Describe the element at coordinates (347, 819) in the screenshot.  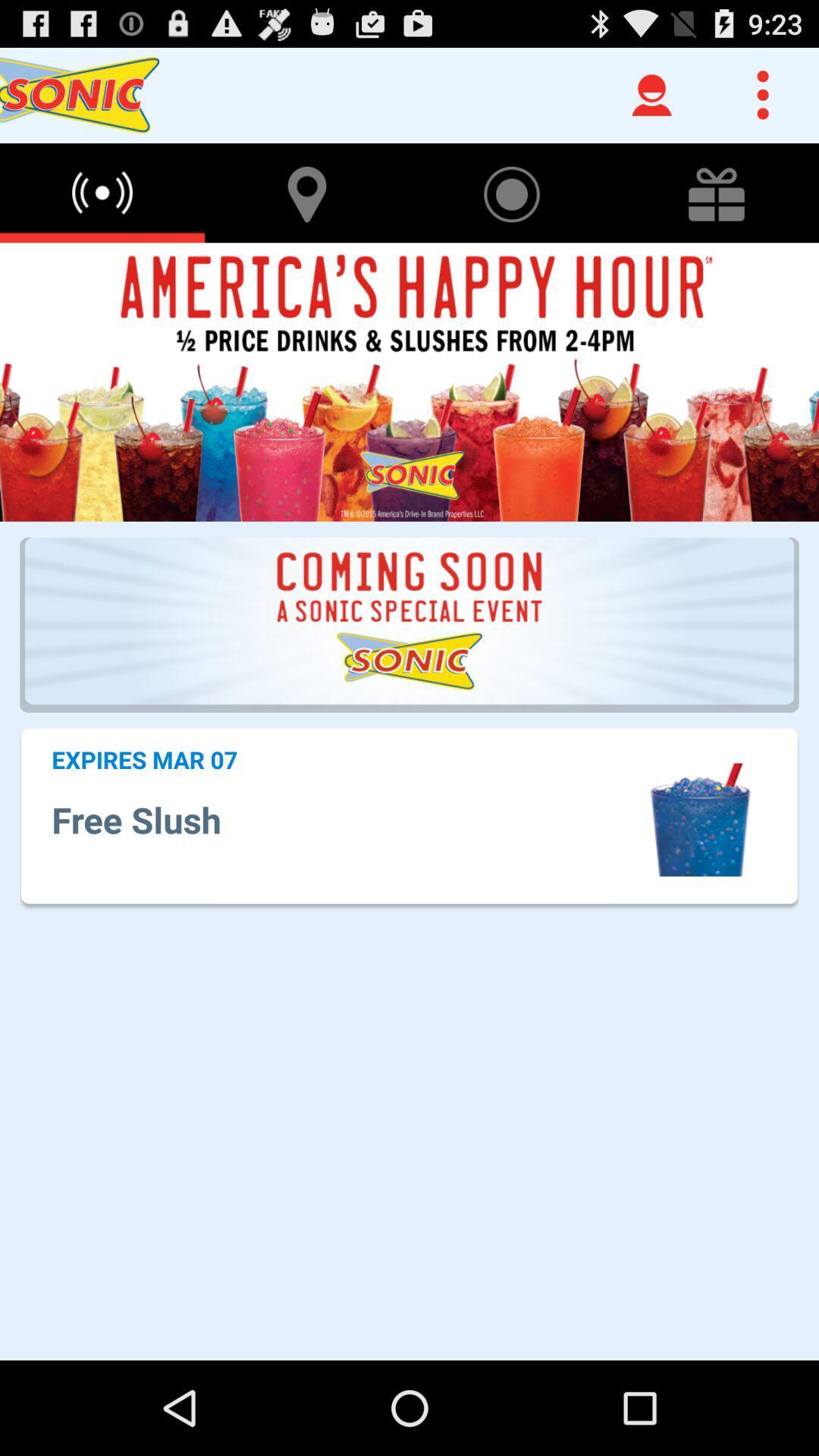
I see `the free slush app` at that location.